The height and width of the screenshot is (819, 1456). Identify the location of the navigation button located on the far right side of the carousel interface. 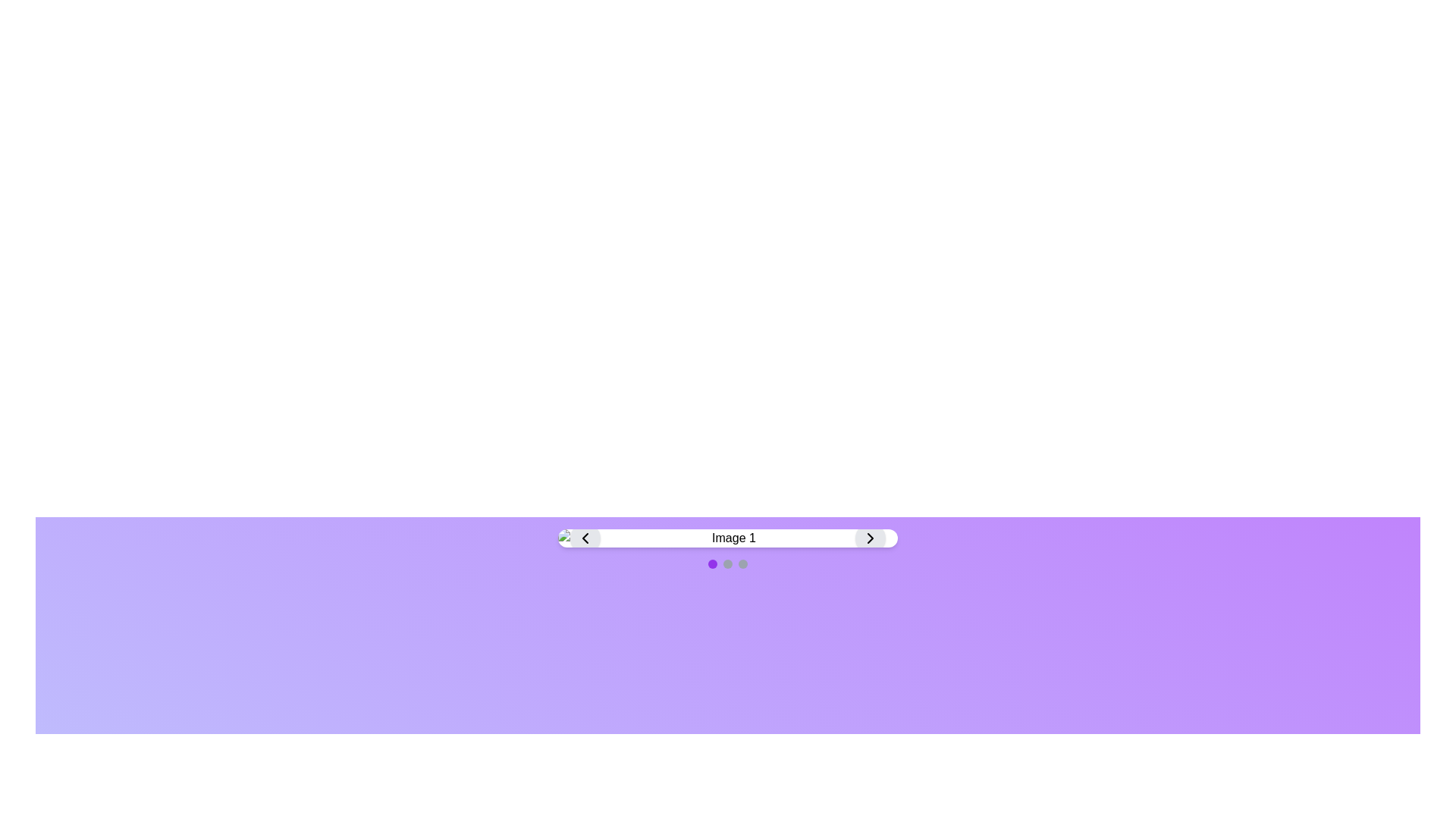
(870, 537).